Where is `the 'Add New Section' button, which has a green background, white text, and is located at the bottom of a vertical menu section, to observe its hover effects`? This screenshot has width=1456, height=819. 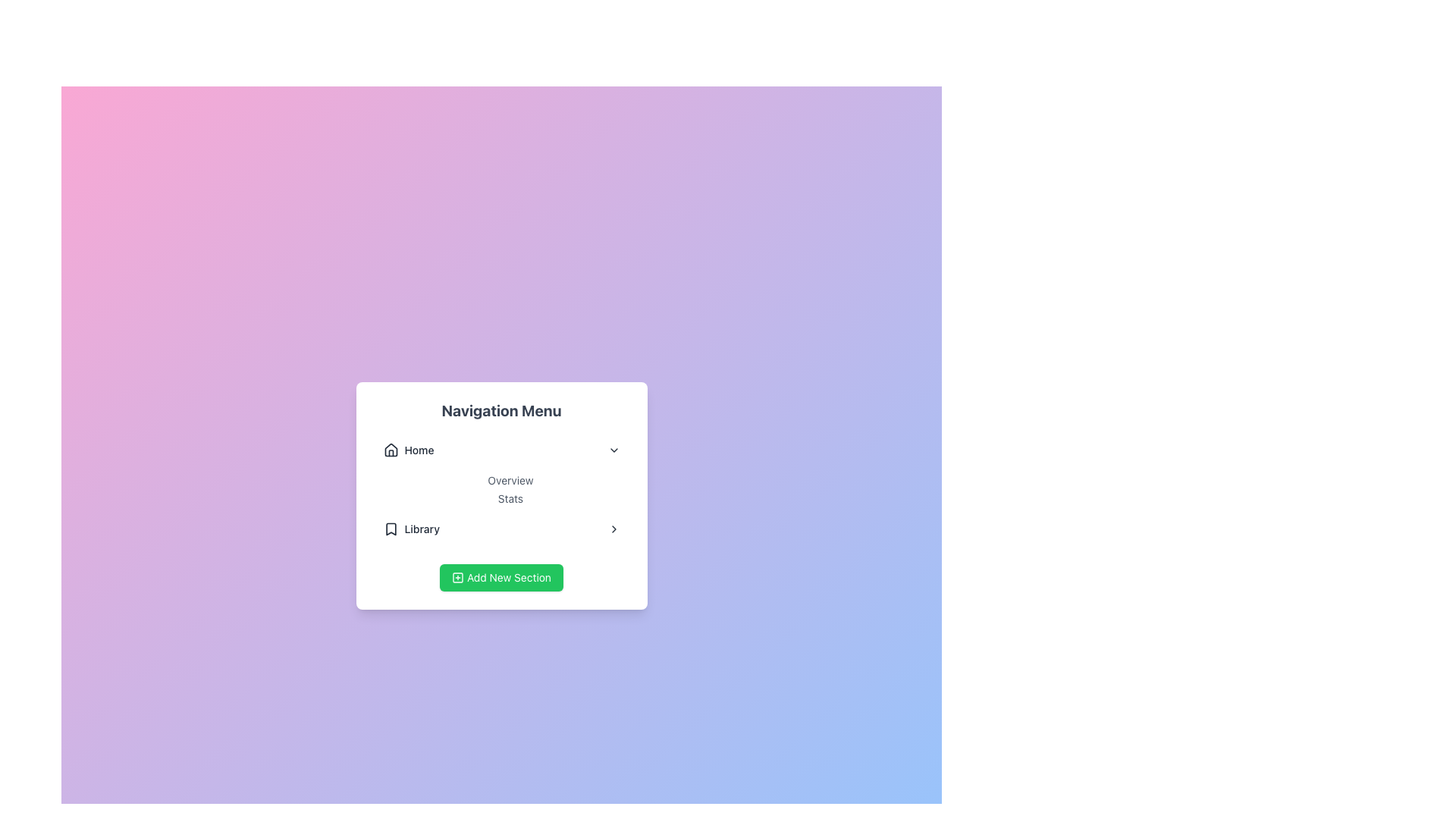 the 'Add New Section' button, which has a green background, white text, and is located at the bottom of a vertical menu section, to observe its hover effects is located at coordinates (501, 571).